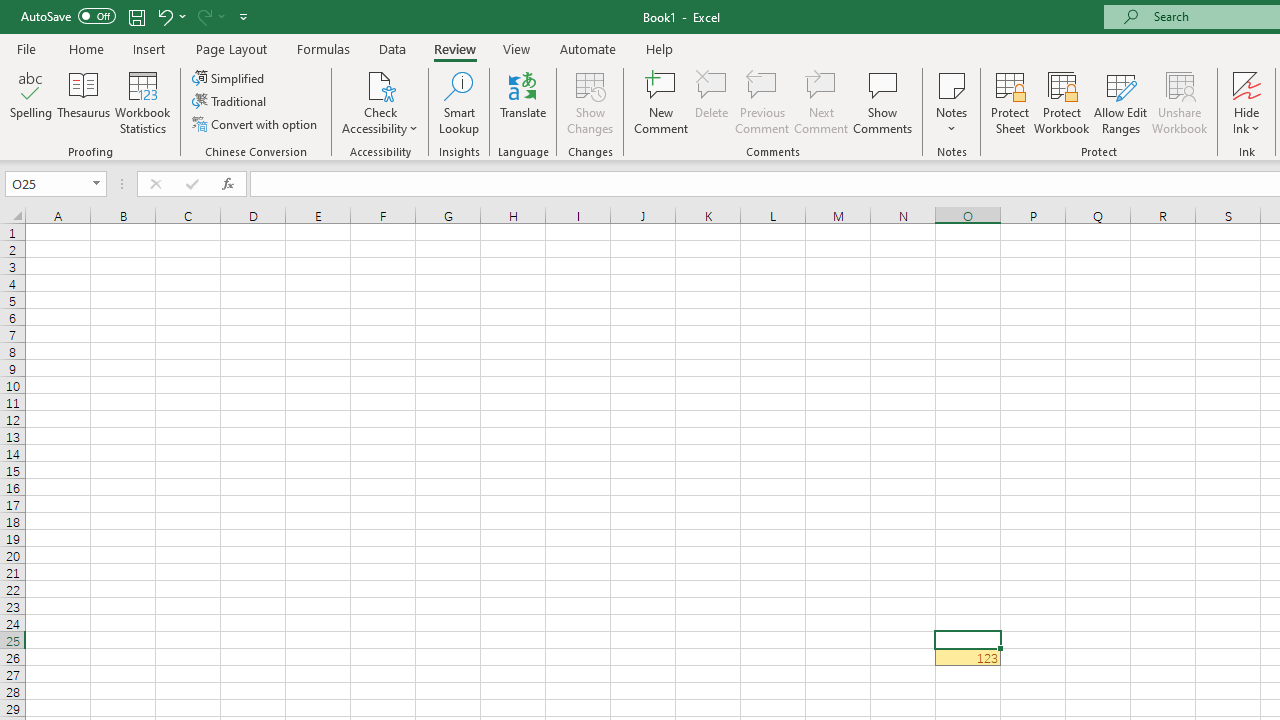  I want to click on 'Allow Edit Ranges', so click(1120, 103).